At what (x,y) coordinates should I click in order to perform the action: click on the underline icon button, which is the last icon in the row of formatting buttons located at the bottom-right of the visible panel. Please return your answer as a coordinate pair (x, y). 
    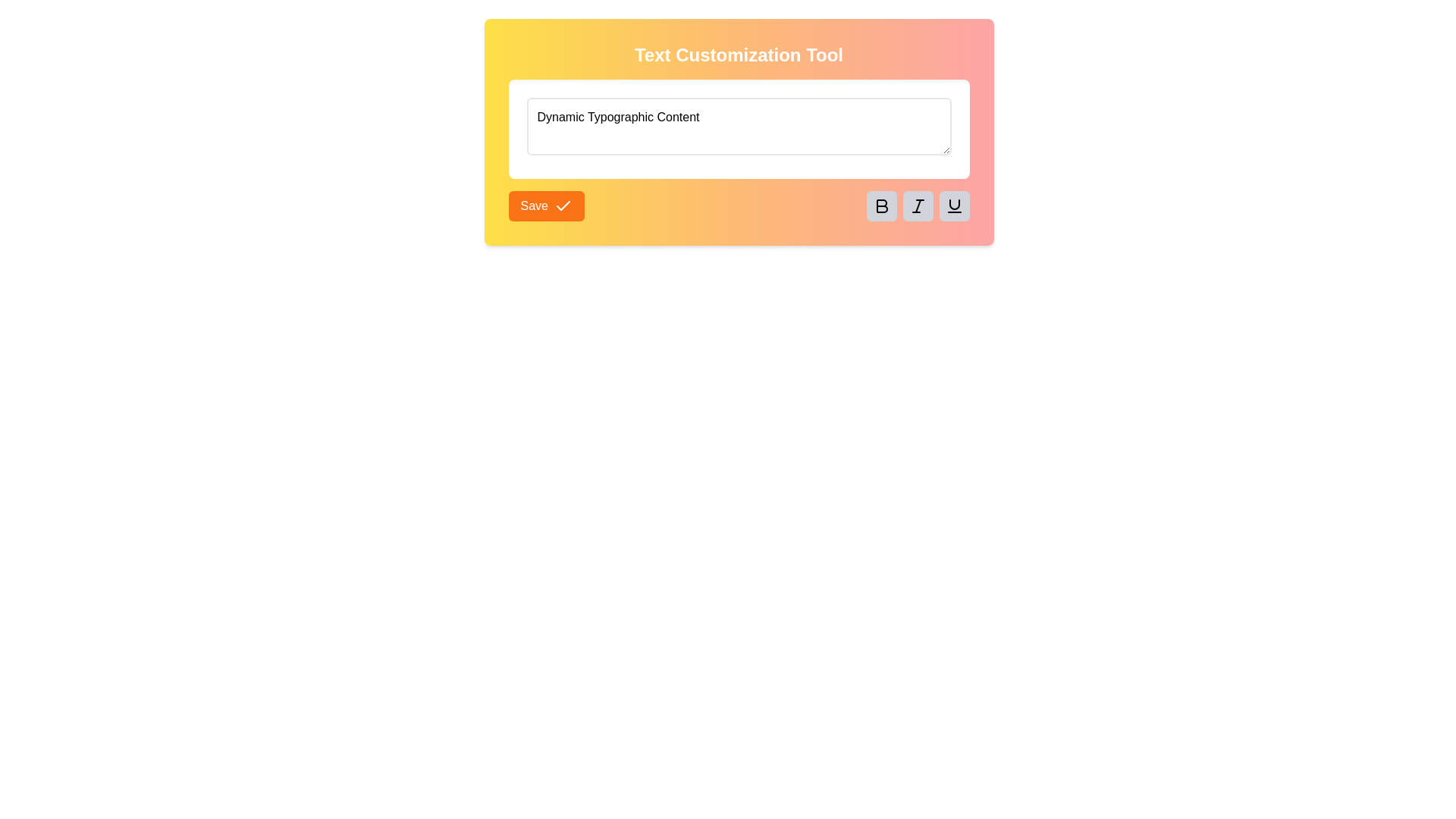
    Looking at the image, I should click on (953, 206).